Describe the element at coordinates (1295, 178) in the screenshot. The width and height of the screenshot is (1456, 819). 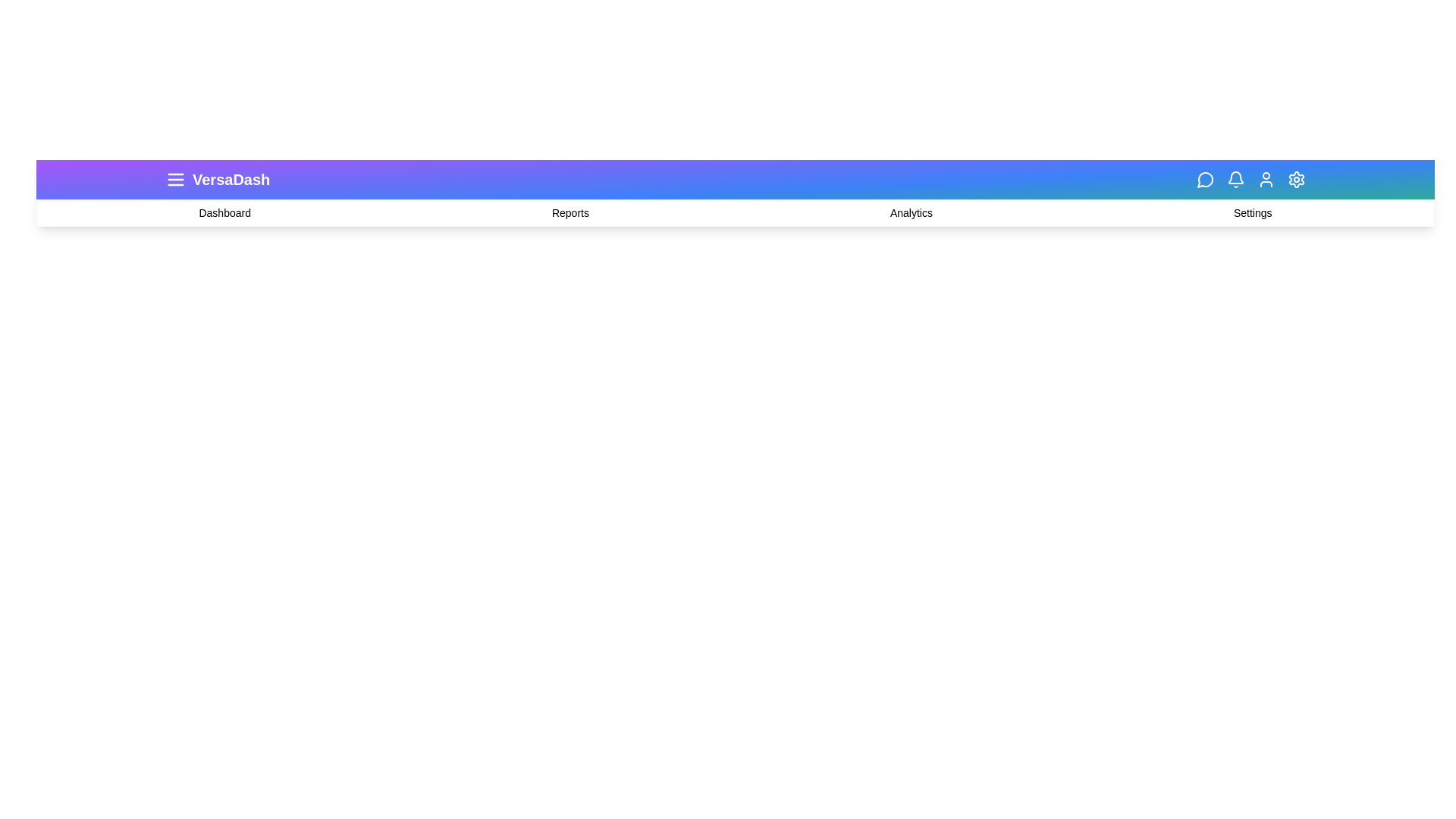
I see `the 'Settings' icon to open the settings menu` at that location.